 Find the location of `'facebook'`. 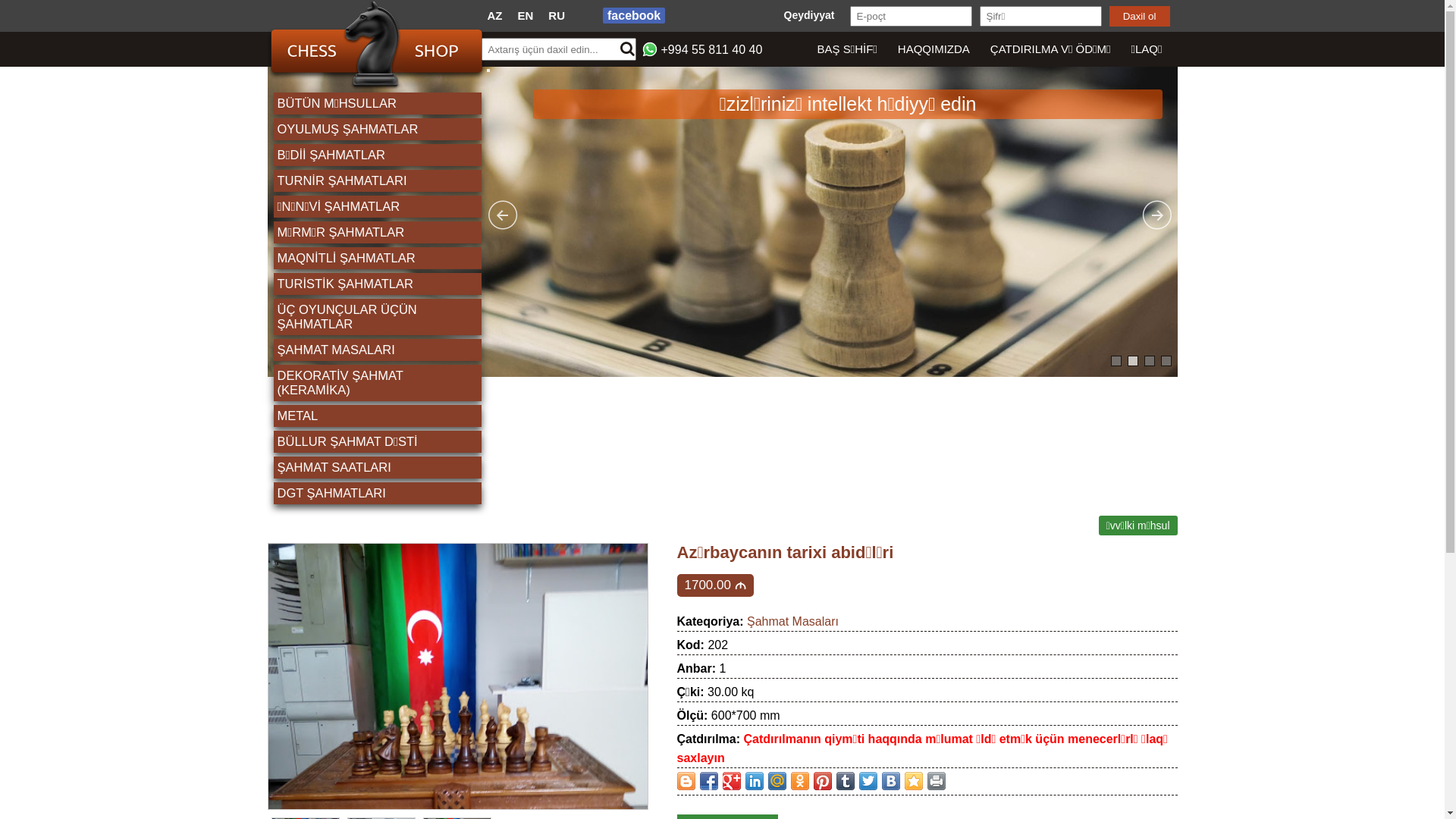

'facebook' is located at coordinates (633, 15).